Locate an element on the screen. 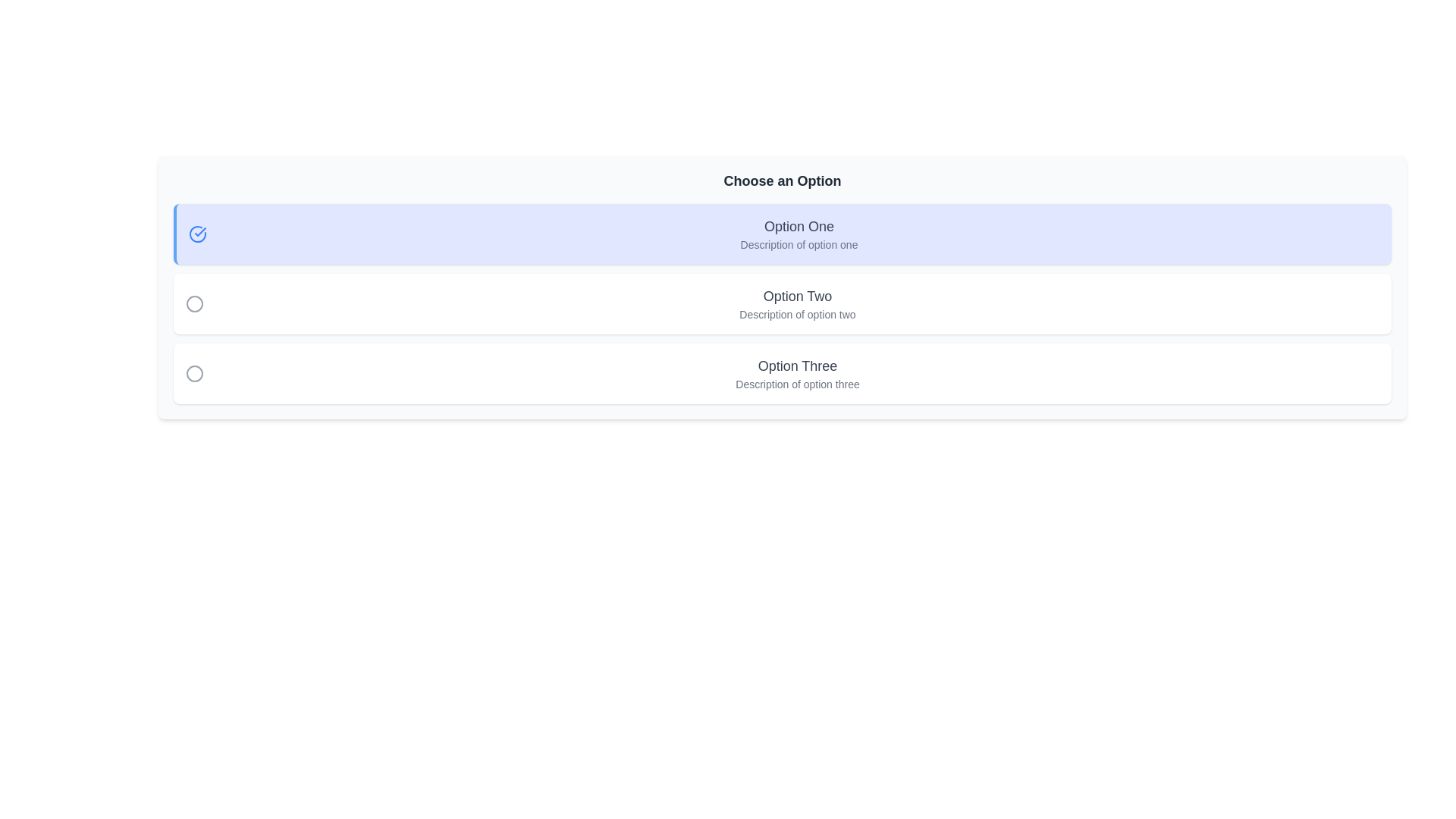 This screenshot has width=1456, height=819. the inner SVG Circle of the selectable radio button next to the 'Option Three' selection row, located in the bottom section of the list is located at coordinates (194, 374).